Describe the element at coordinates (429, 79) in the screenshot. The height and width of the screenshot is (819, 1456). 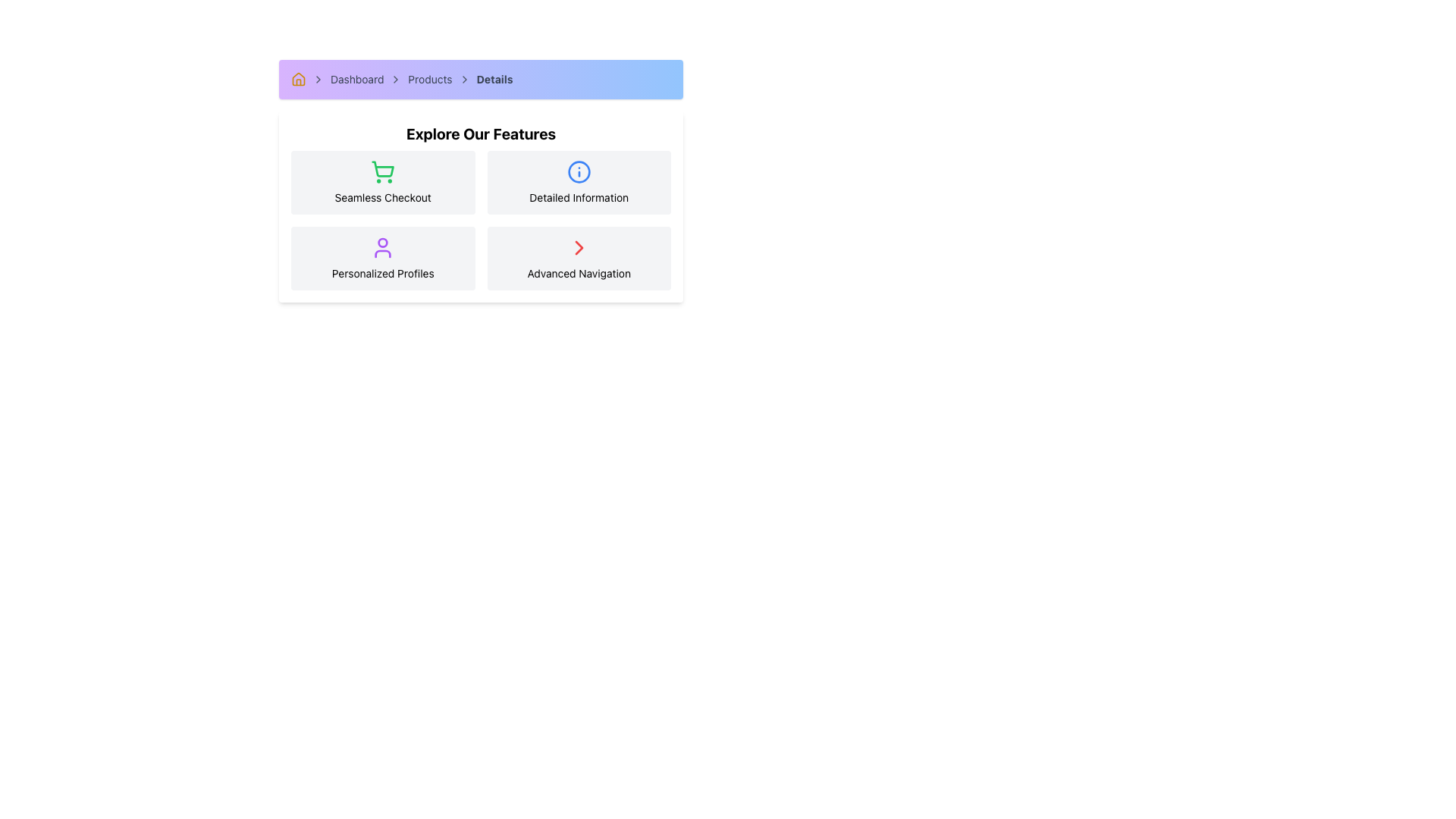
I see `the third item in the breadcrumb navigation bar labeled 'Products', which serves as a navigational link` at that location.